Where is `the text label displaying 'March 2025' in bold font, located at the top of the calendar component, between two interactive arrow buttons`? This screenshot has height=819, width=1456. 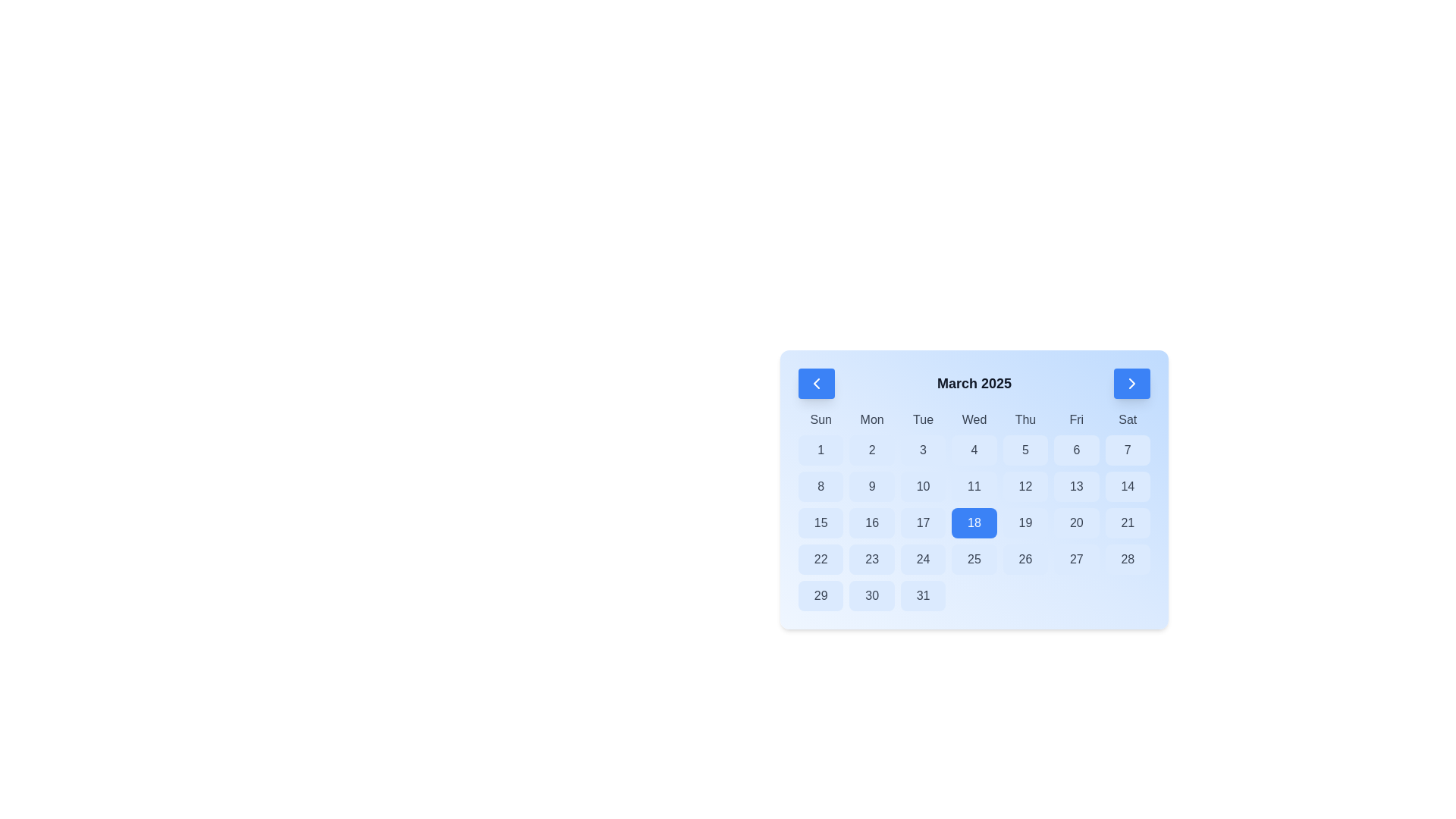
the text label displaying 'March 2025' in bold font, located at the top of the calendar component, between two interactive arrow buttons is located at coordinates (974, 382).